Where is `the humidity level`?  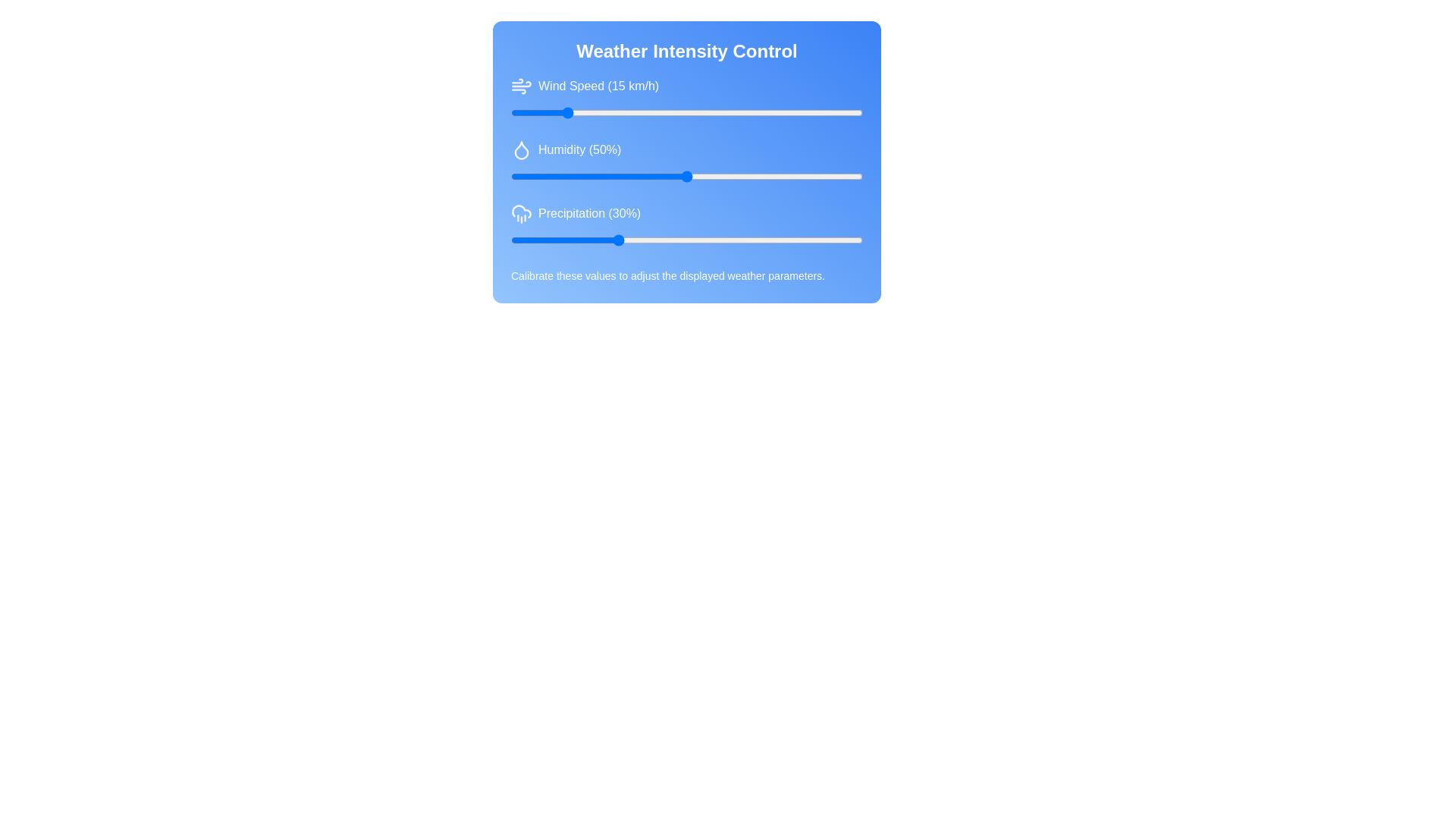 the humidity level is located at coordinates (859, 175).